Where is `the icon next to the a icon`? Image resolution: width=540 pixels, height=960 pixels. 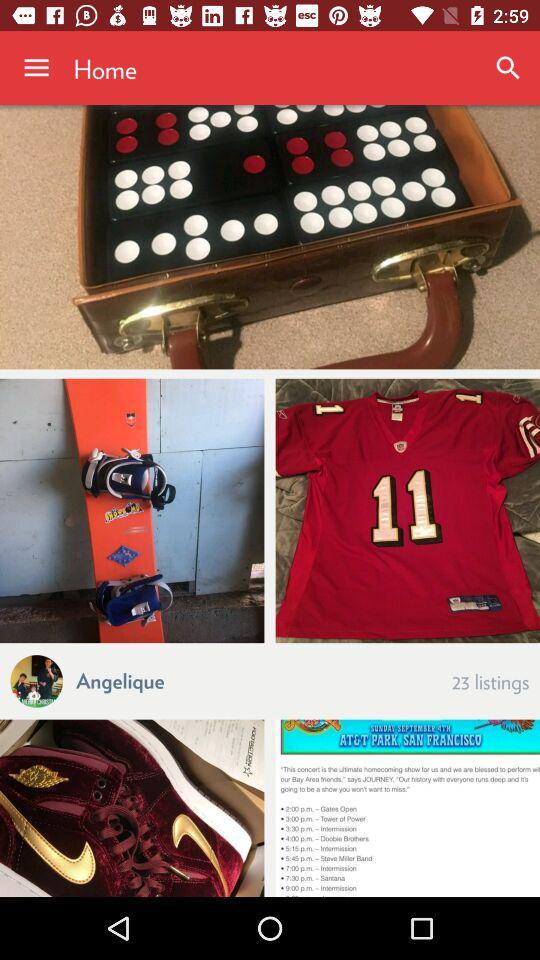
the icon next to the a icon is located at coordinates (120, 679).